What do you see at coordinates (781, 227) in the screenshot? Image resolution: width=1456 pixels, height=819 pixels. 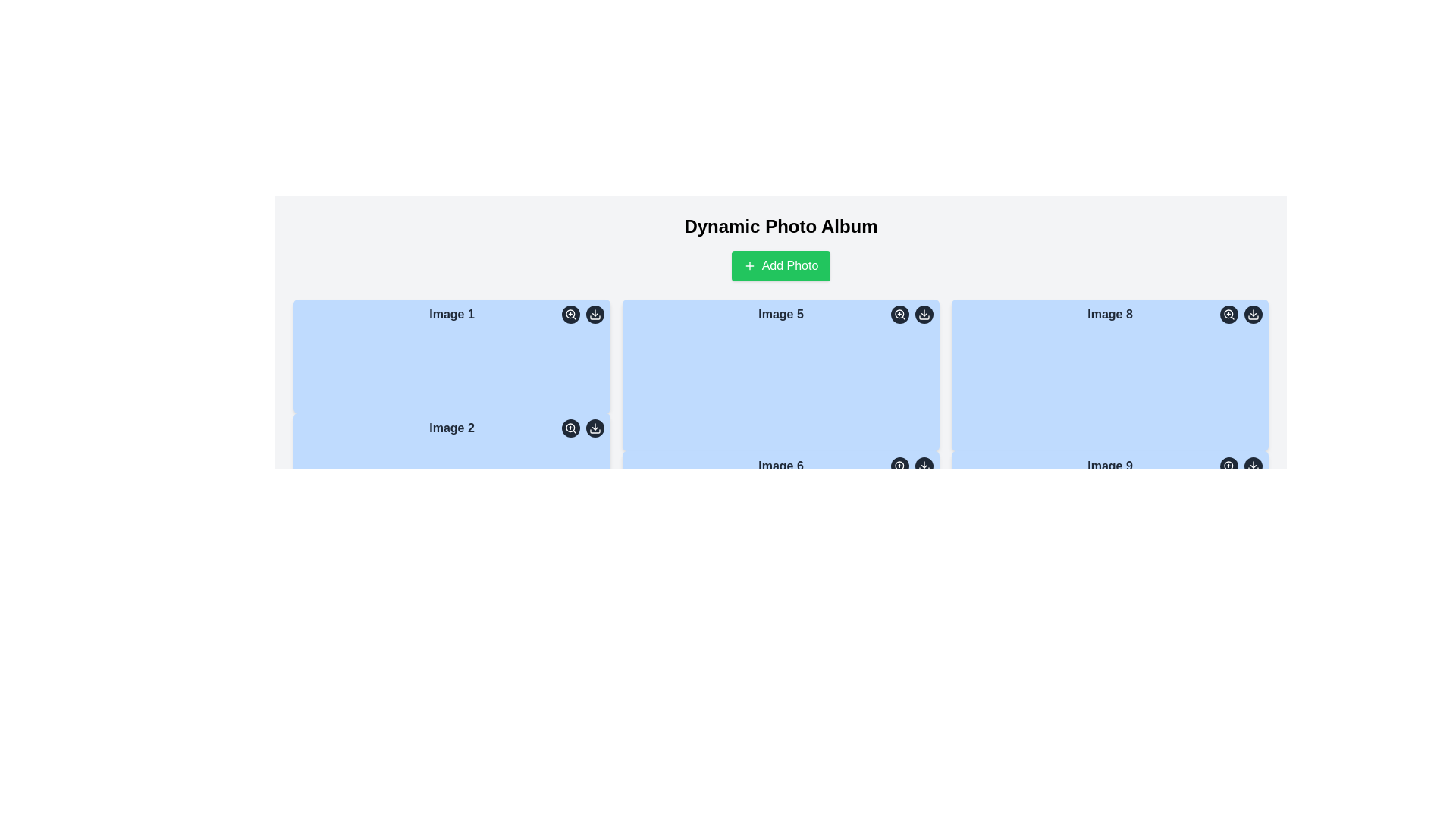 I see `the bold, large-sized title text saying 'Dynamic Photo Album' positioned at the top center of the layout` at bounding box center [781, 227].